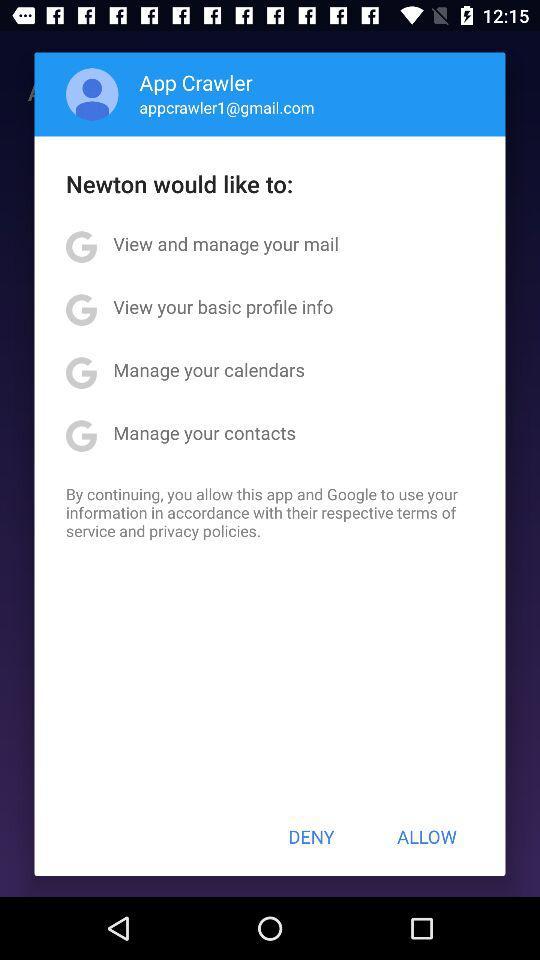  I want to click on item at the bottom, so click(311, 836).